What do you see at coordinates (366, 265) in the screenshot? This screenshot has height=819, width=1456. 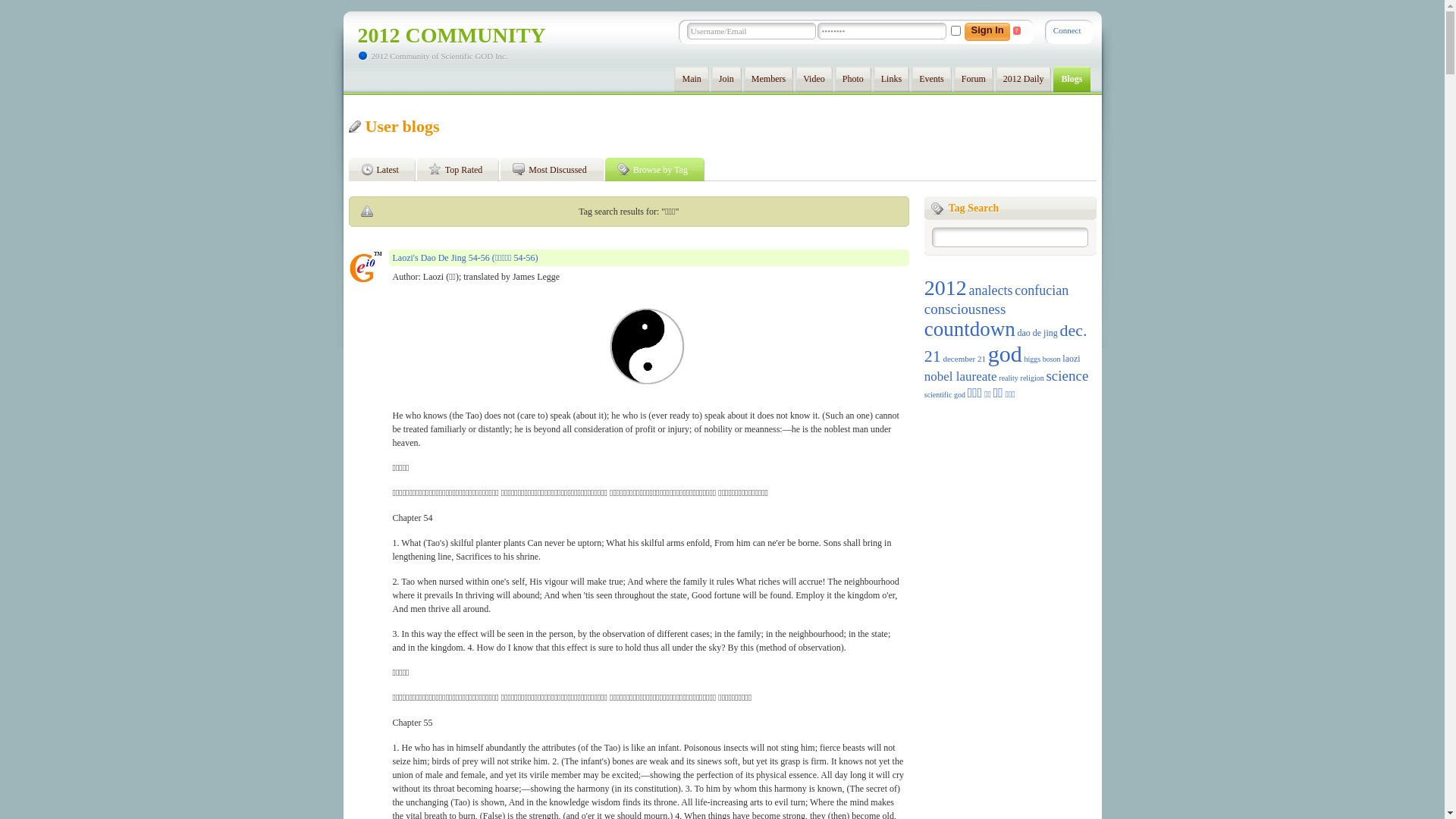 I see `'Administrator'` at bounding box center [366, 265].